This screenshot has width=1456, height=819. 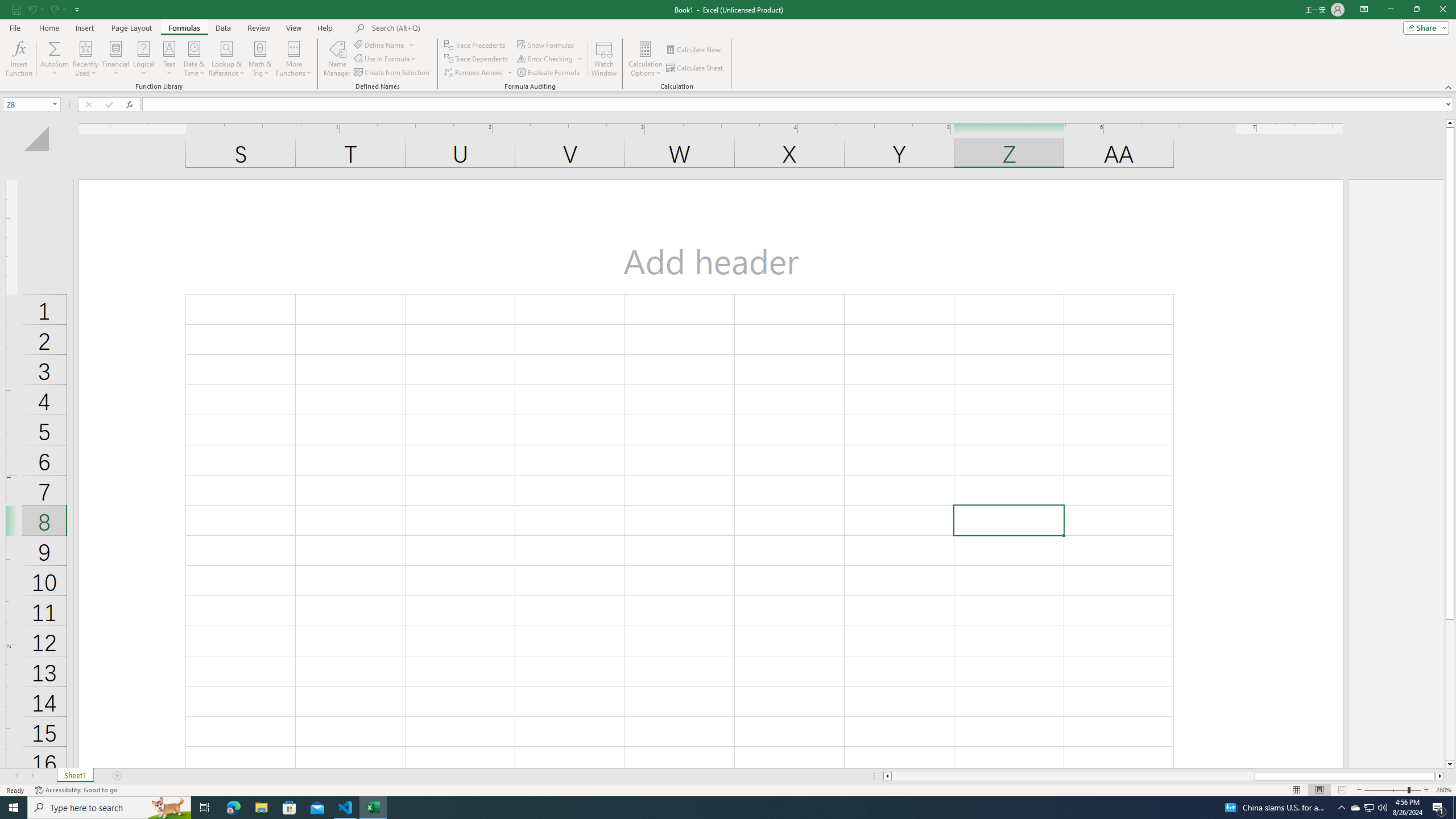 What do you see at coordinates (194, 59) in the screenshot?
I see `'Date & Time'` at bounding box center [194, 59].